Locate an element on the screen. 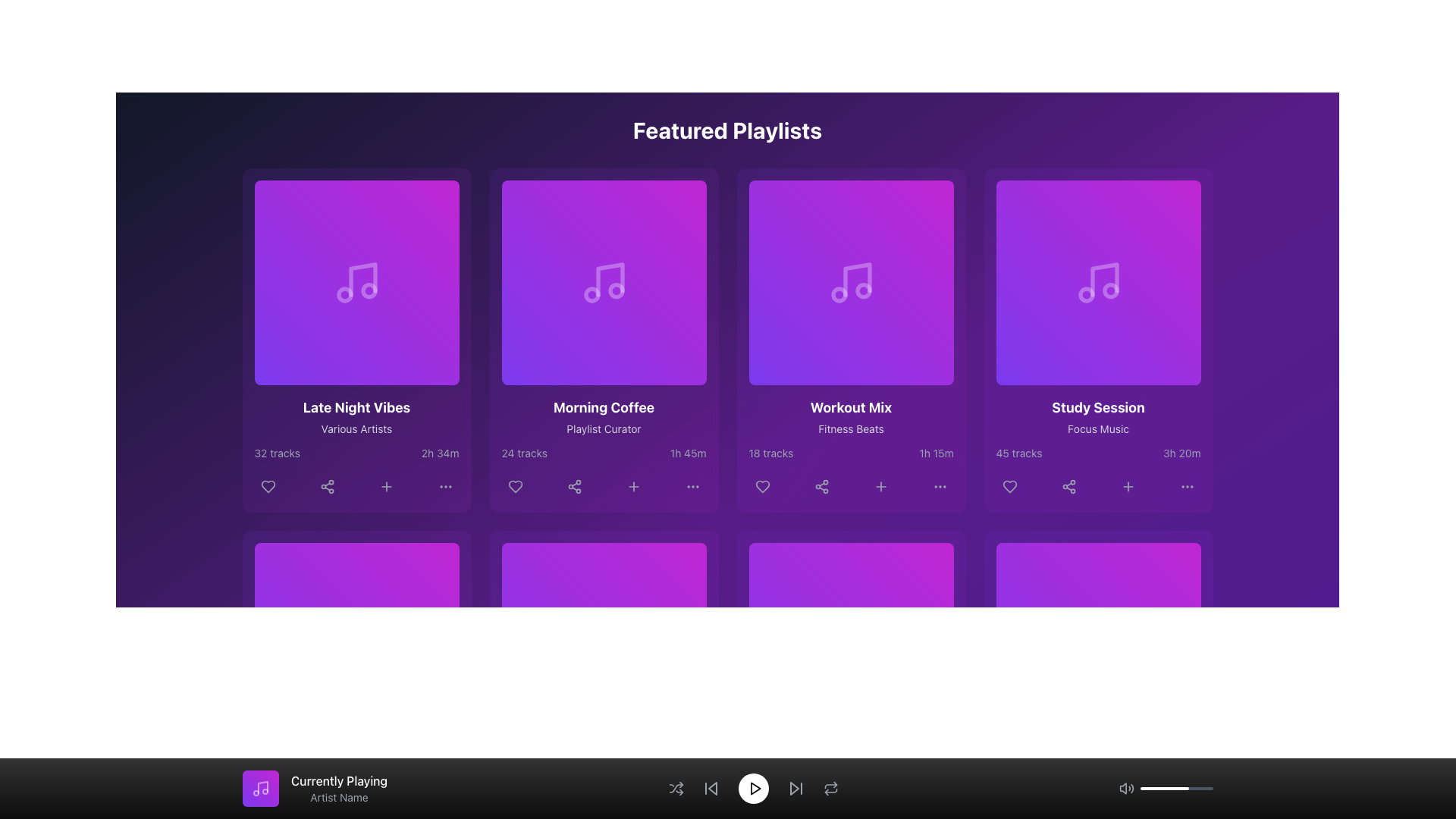 The image size is (1456, 819). the text and icon display component is located at coordinates (314, 788).